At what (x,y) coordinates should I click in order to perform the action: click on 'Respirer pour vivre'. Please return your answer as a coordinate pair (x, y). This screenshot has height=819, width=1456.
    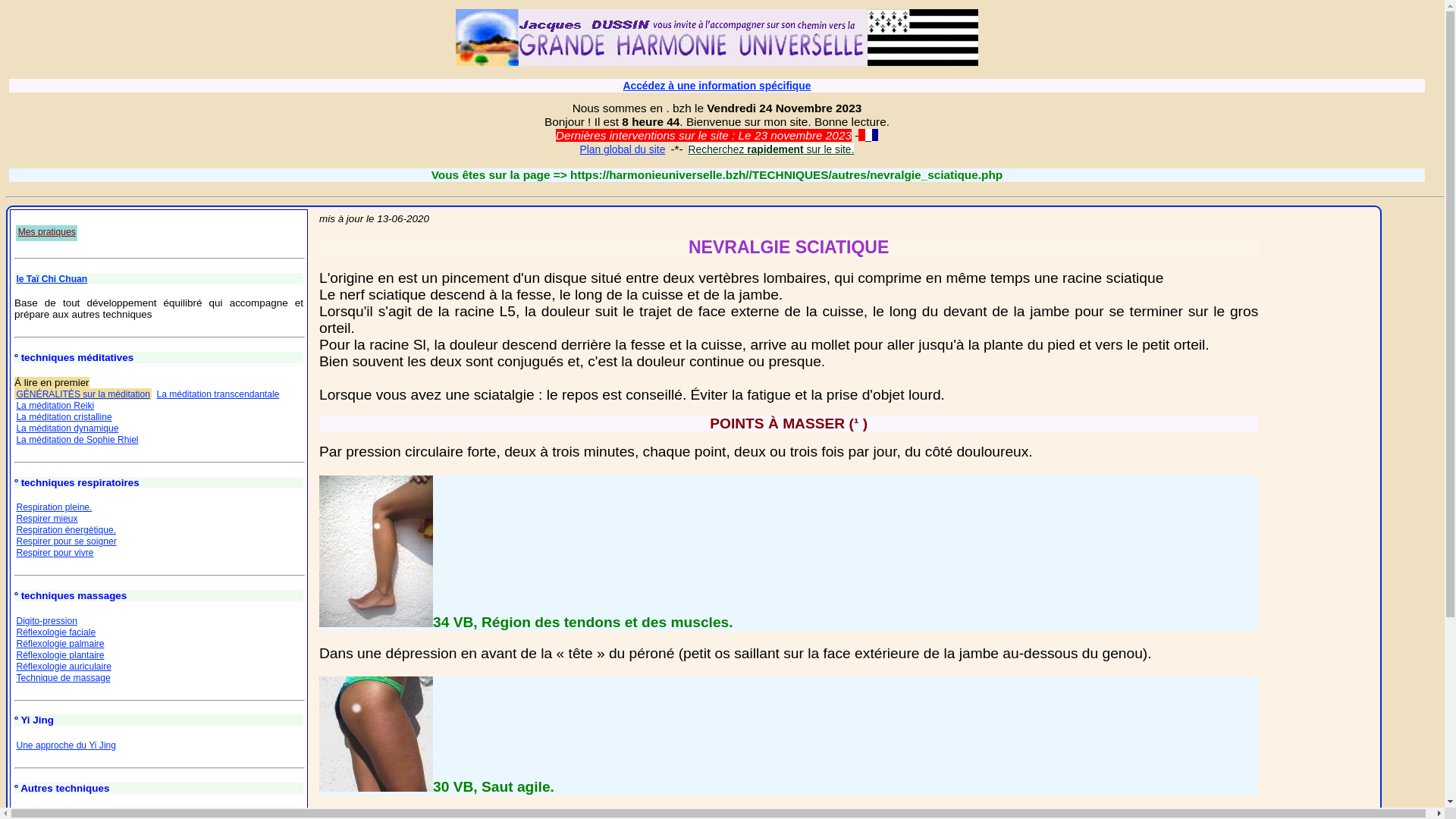
    Looking at the image, I should click on (55, 553).